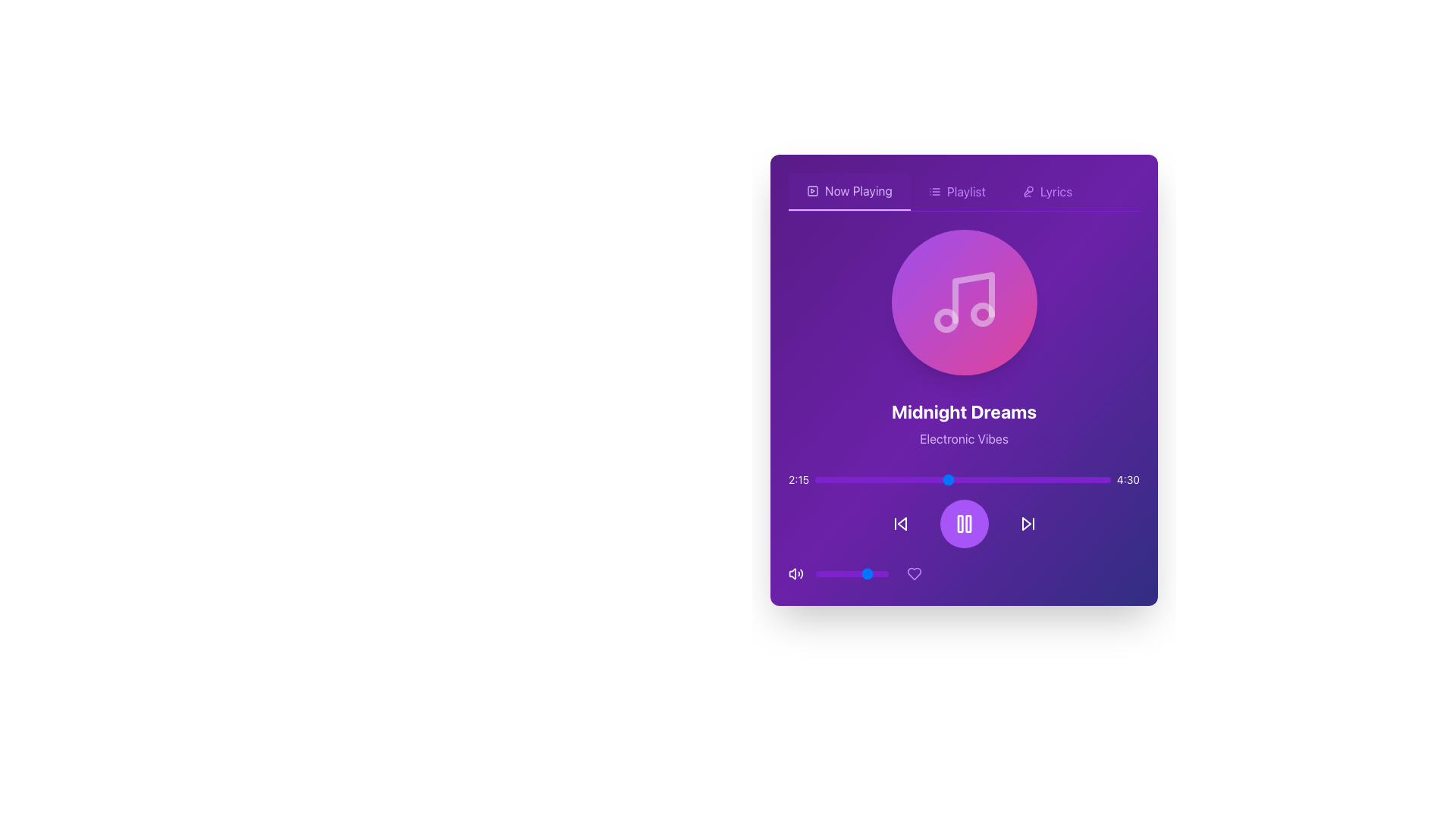 The image size is (1456, 819). I want to click on the pause button located at the bottom center of the control panel, so click(963, 529).